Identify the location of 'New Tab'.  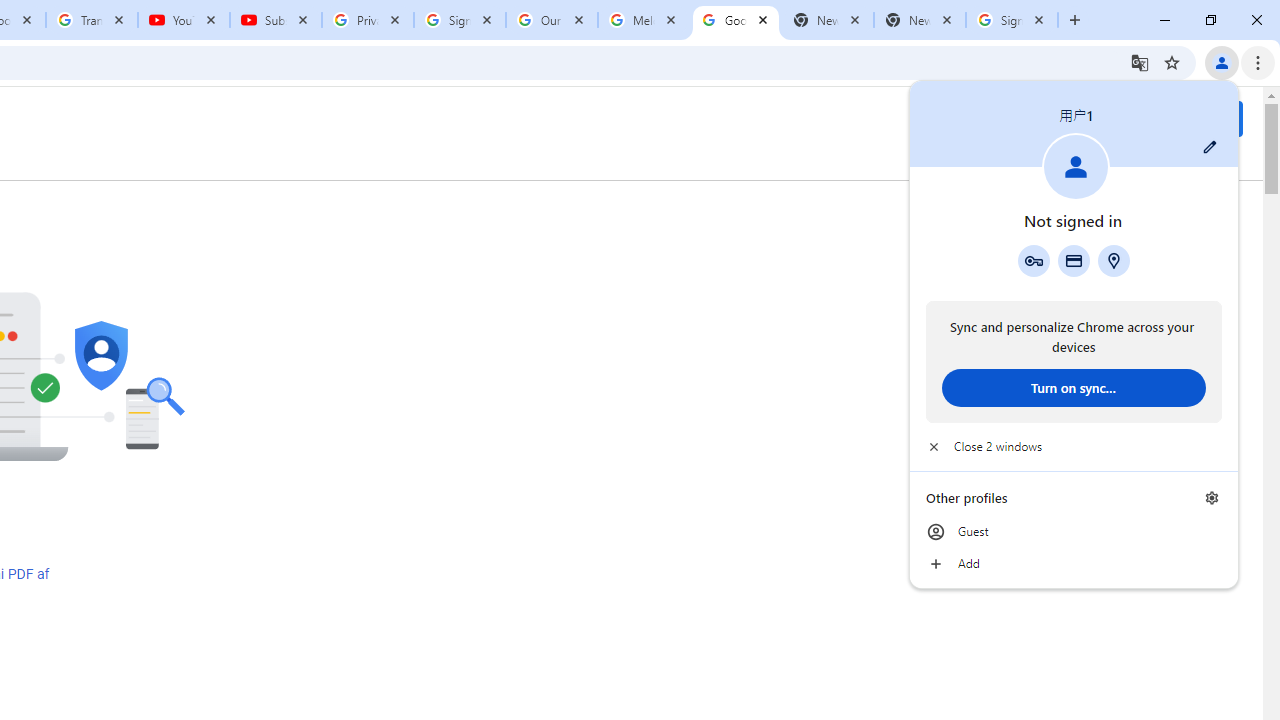
(919, 20).